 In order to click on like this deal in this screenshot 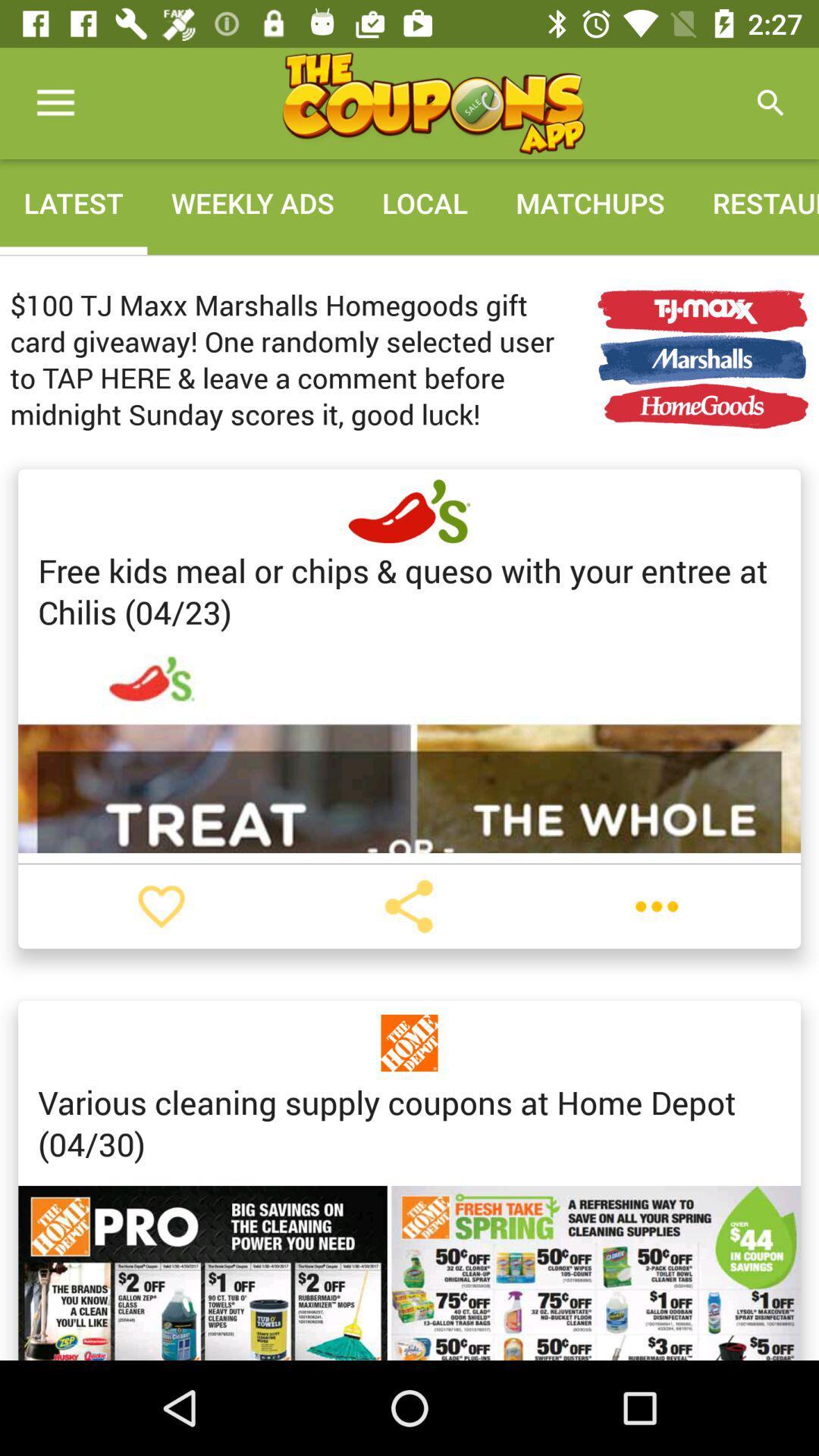, I will do `click(161, 906)`.